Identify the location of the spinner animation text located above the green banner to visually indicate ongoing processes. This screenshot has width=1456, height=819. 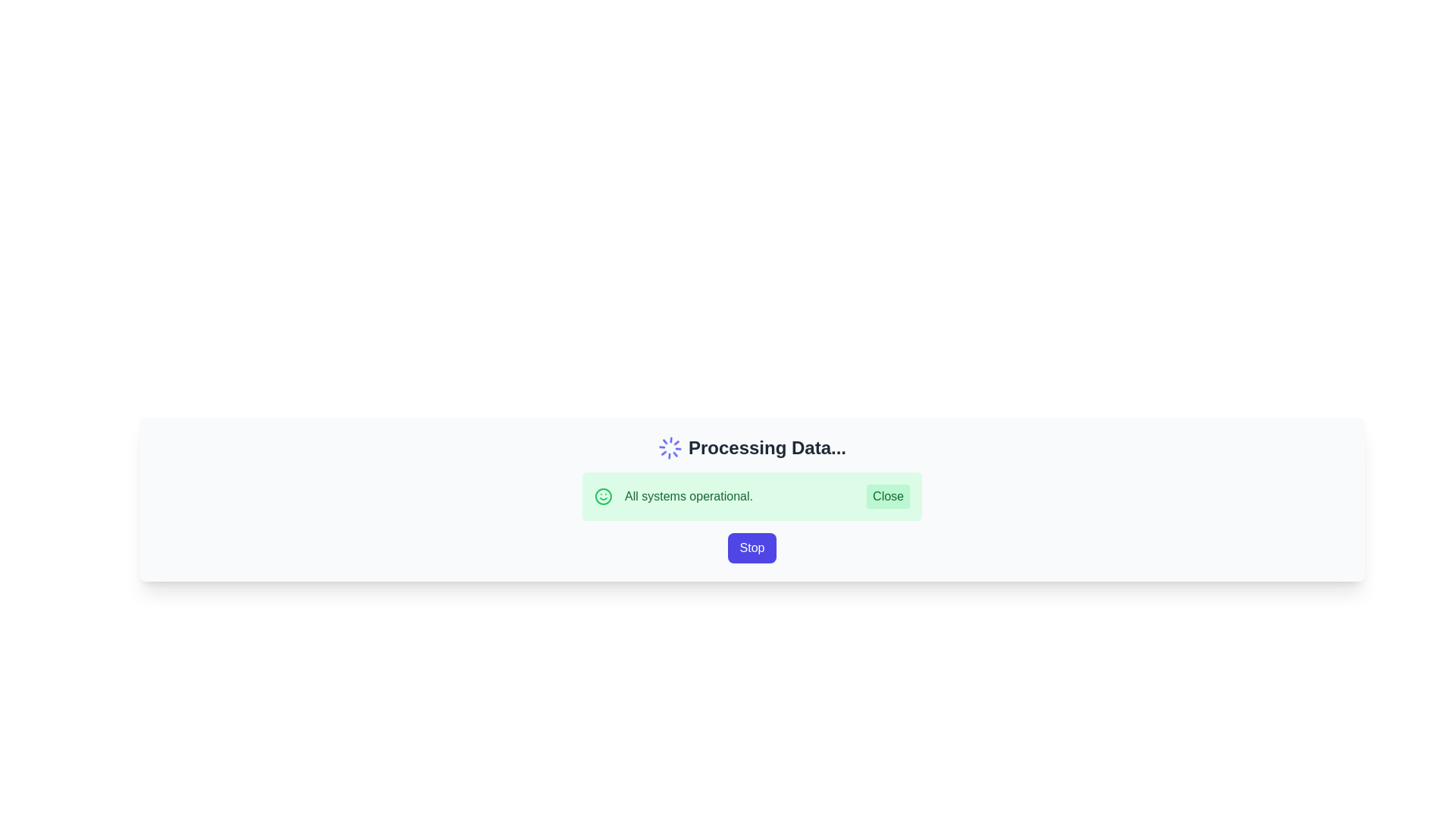
(752, 447).